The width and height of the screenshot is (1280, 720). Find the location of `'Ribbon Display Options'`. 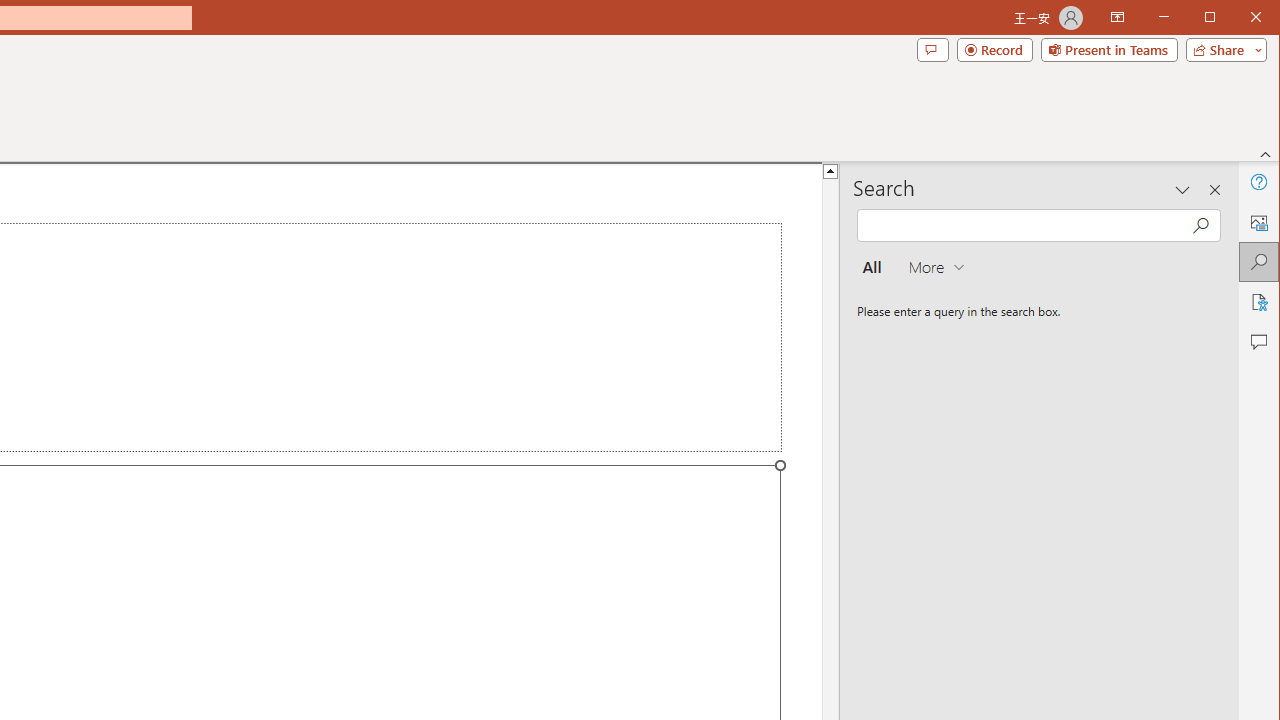

'Ribbon Display Options' is located at coordinates (1116, 18).